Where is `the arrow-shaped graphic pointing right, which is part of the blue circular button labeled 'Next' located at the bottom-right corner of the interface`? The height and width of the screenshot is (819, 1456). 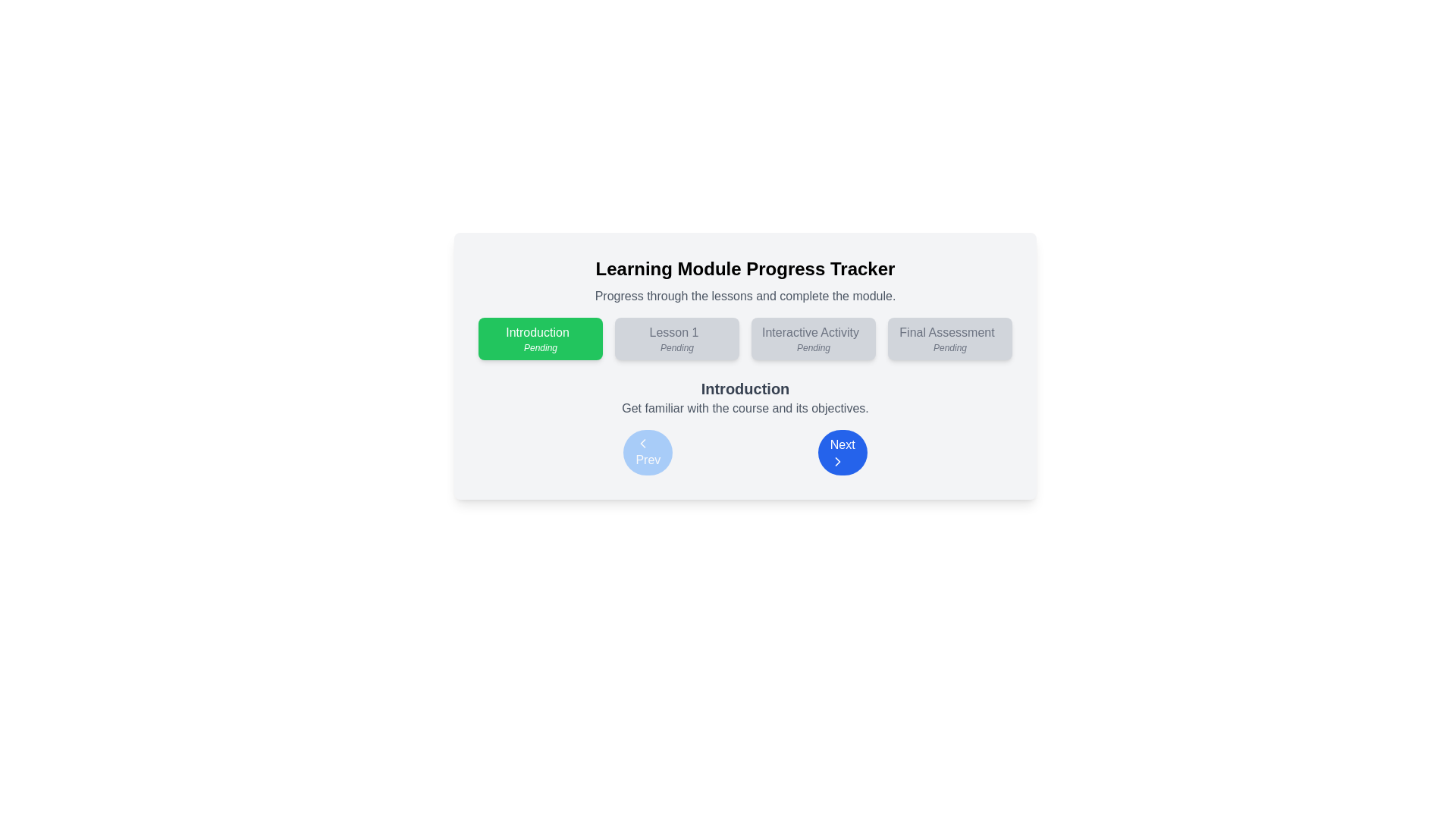 the arrow-shaped graphic pointing right, which is part of the blue circular button labeled 'Next' located at the bottom-right corner of the interface is located at coordinates (836, 461).